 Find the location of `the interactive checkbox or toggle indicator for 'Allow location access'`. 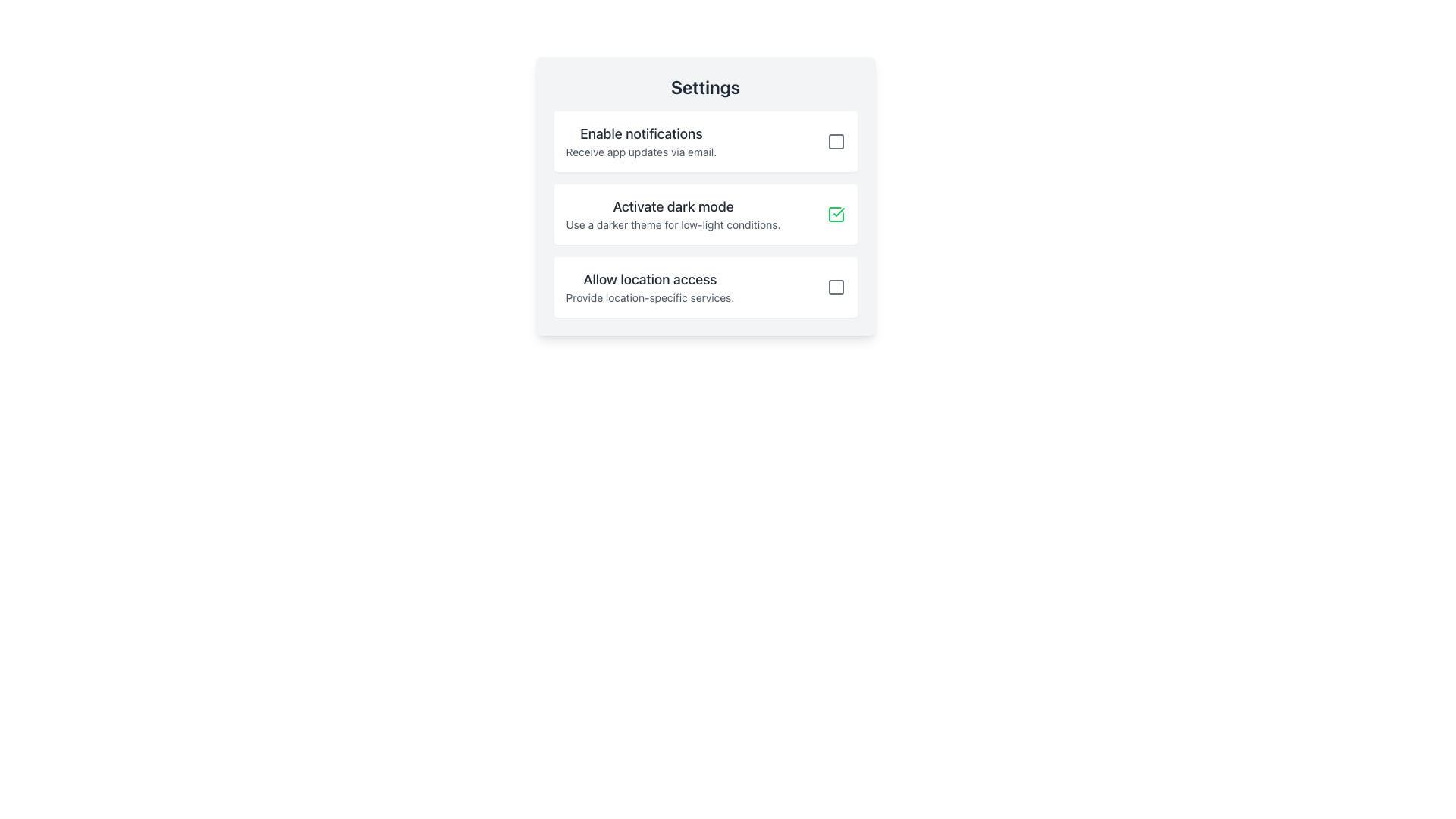

the interactive checkbox or toggle indicator for 'Allow location access' is located at coordinates (835, 287).